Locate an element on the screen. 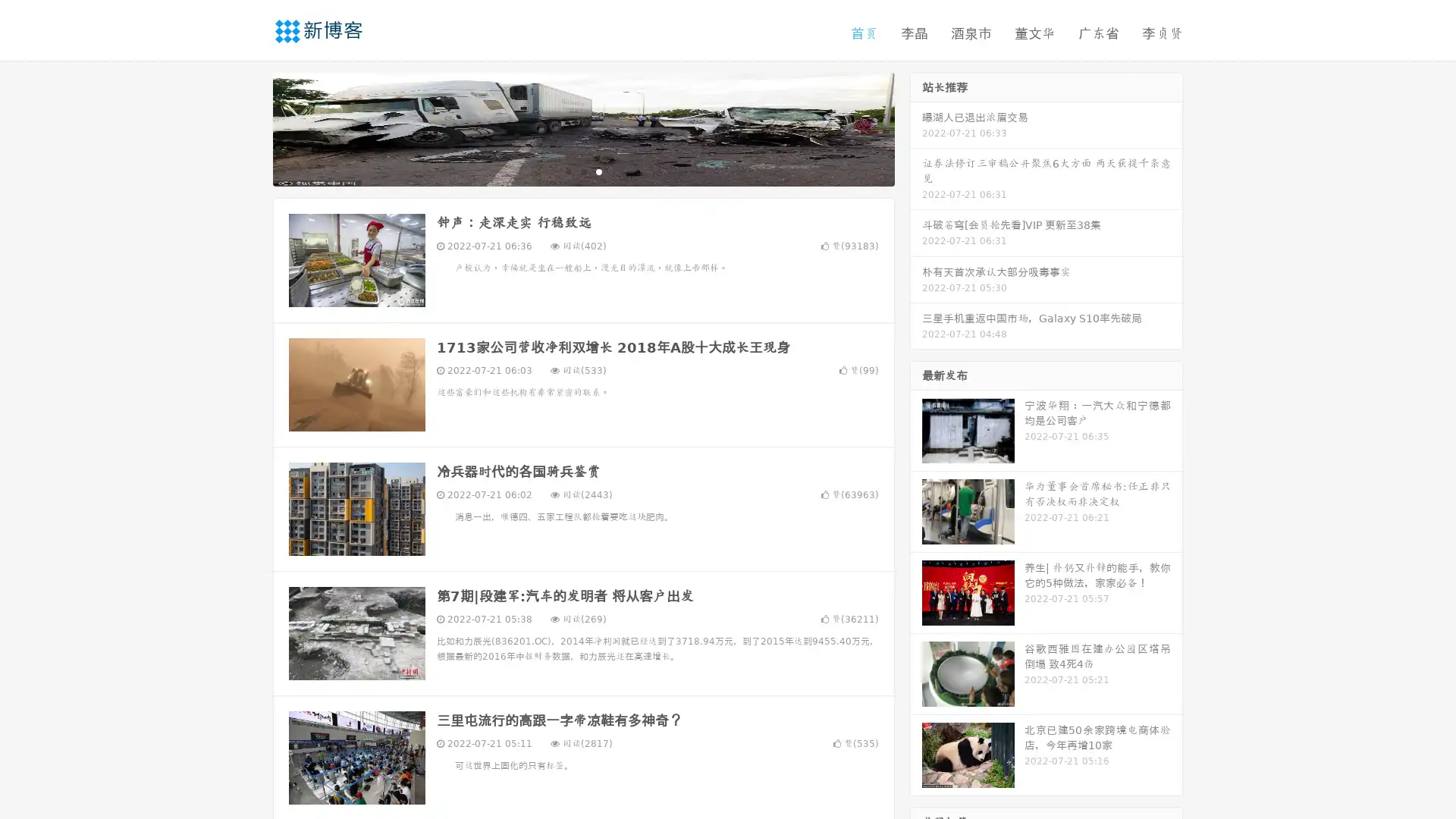  Go to slide 2 is located at coordinates (582, 171).